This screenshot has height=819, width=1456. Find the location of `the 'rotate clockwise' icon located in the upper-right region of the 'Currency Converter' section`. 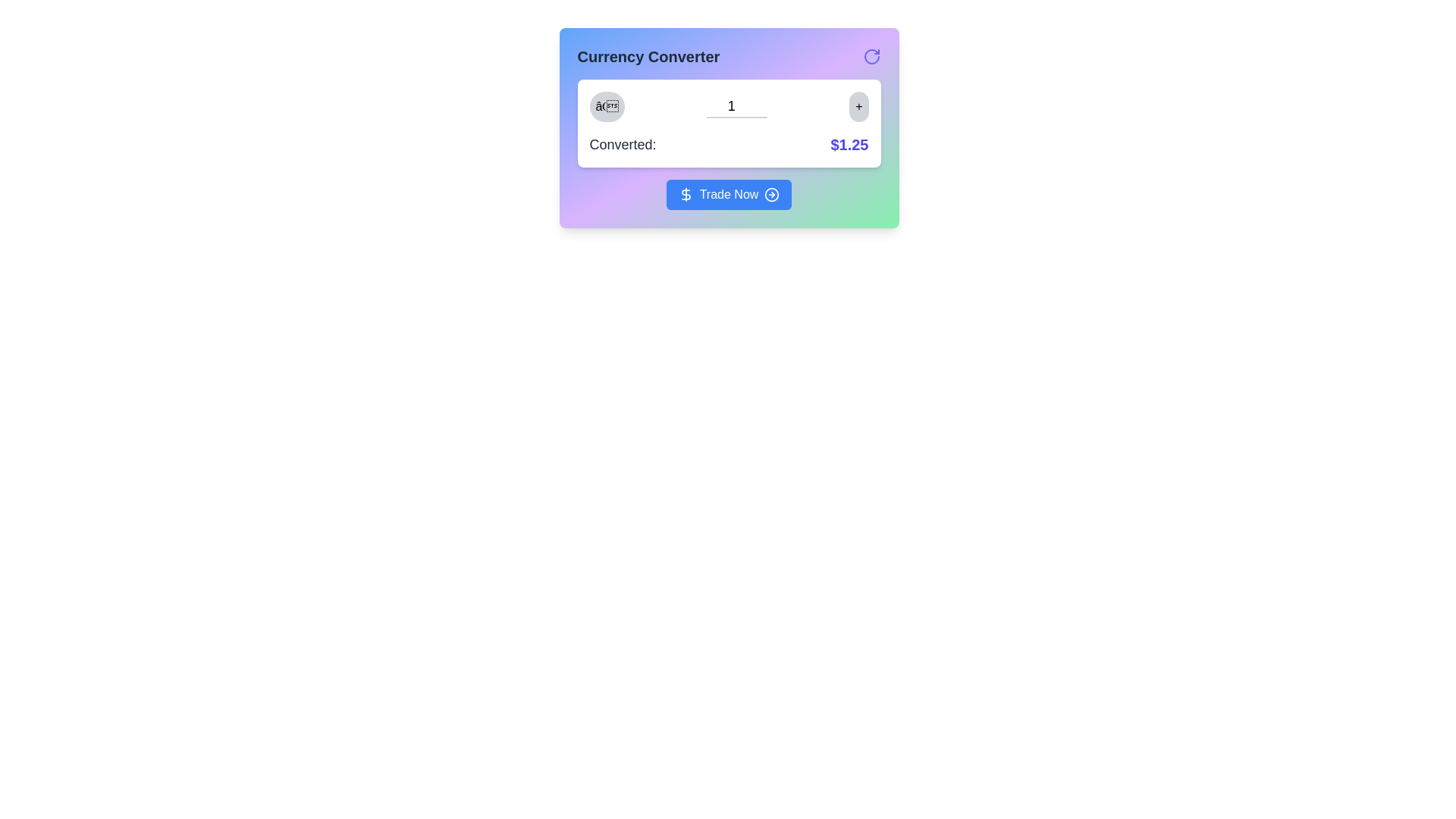

the 'rotate clockwise' icon located in the upper-right region of the 'Currency Converter' section is located at coordinates (871, 55).